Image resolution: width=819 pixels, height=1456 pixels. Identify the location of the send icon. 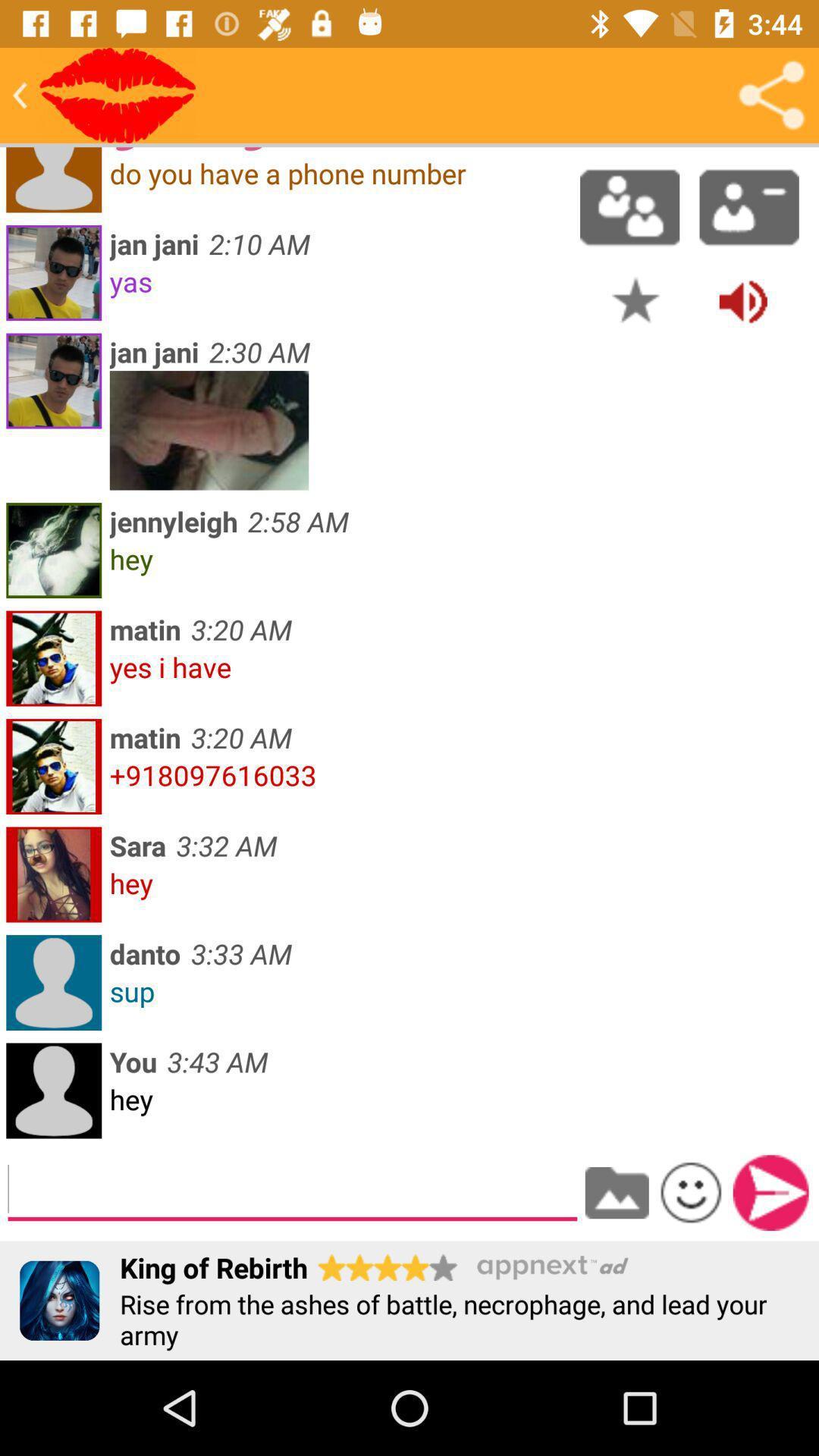
(770, 1192).